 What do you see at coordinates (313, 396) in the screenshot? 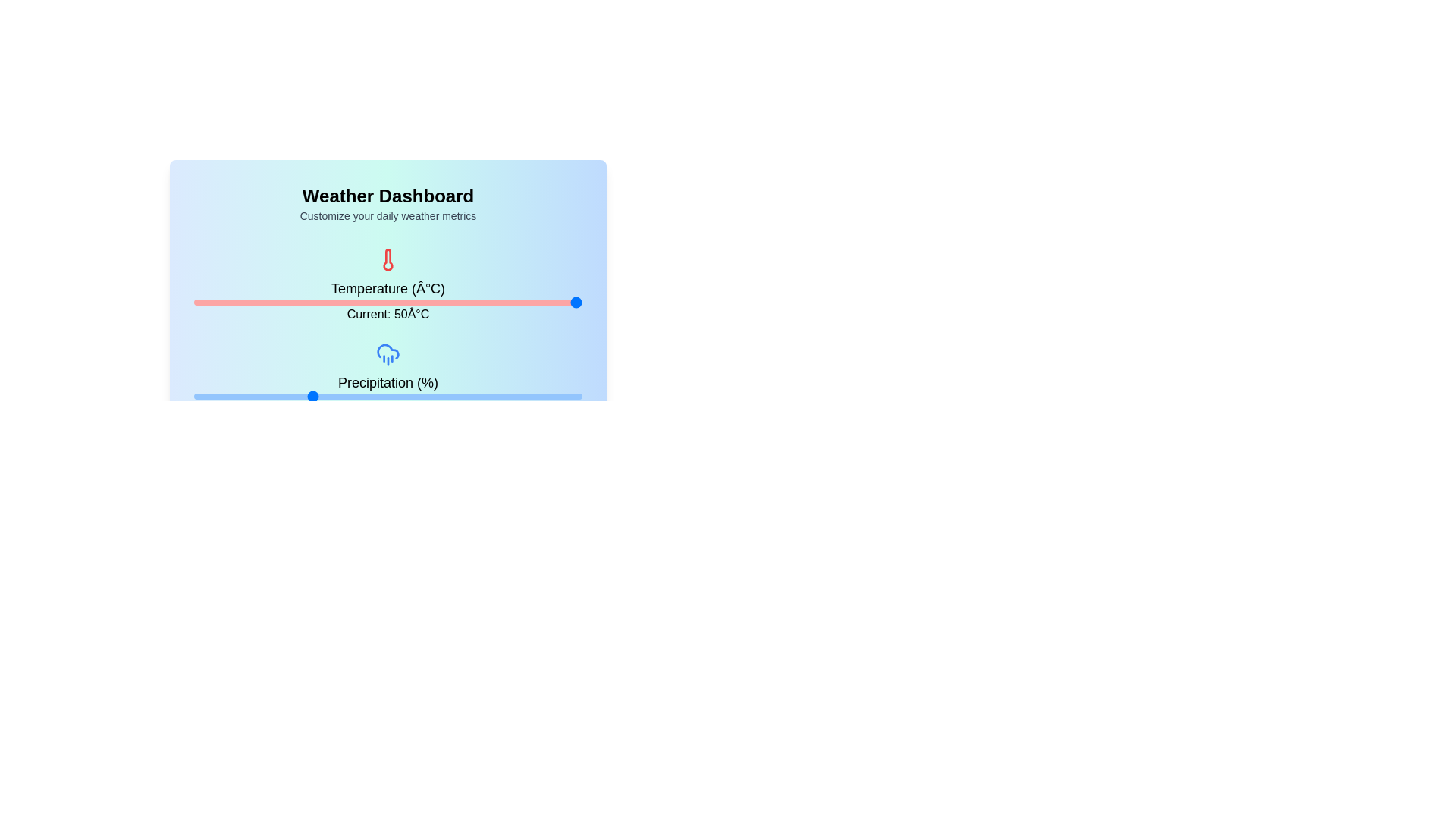
I see `precipitation` at bounding box center [313, 396].